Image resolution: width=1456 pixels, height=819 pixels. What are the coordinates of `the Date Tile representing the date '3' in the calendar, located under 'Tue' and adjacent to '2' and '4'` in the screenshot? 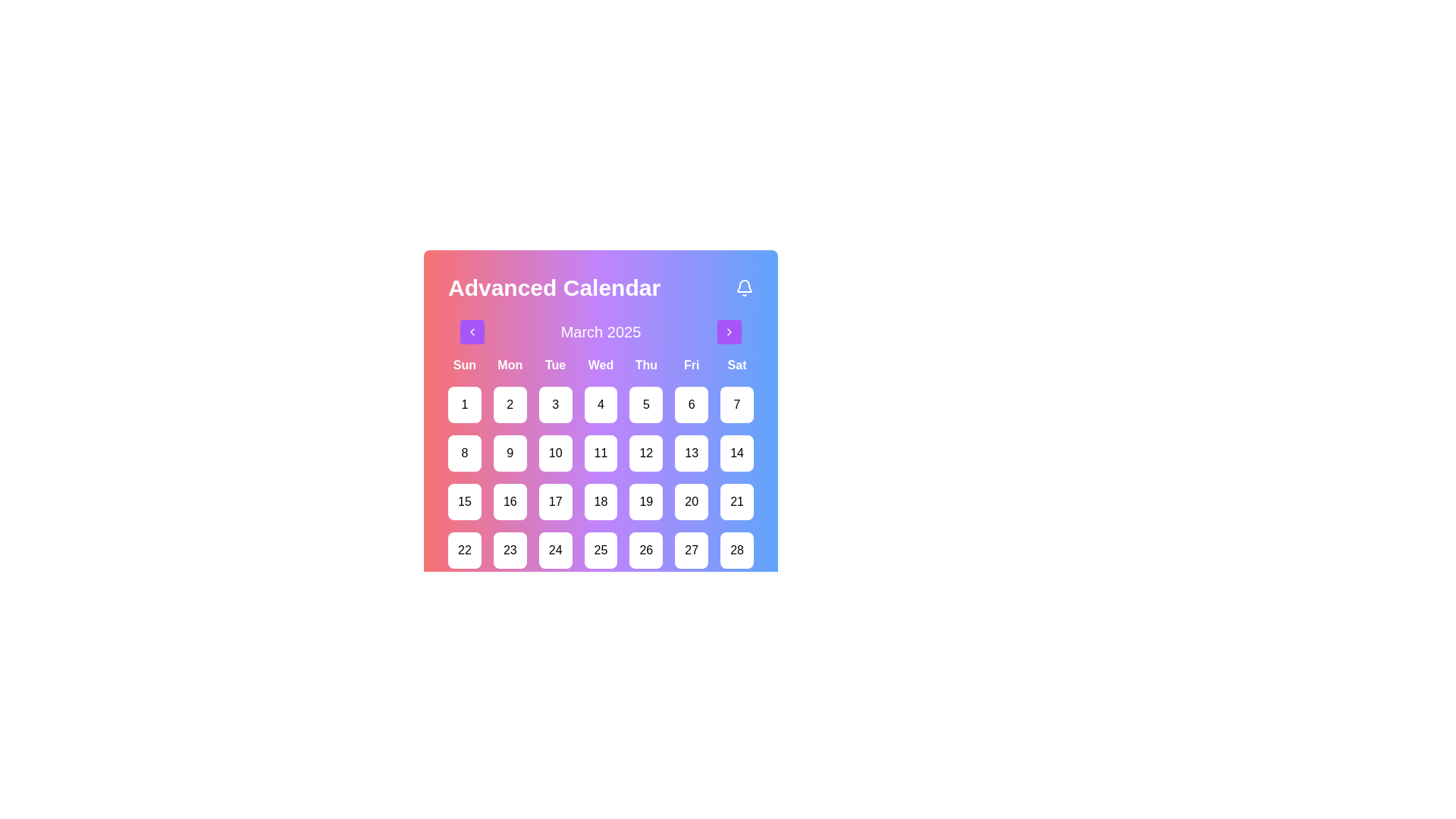 It's located at (554, 403).